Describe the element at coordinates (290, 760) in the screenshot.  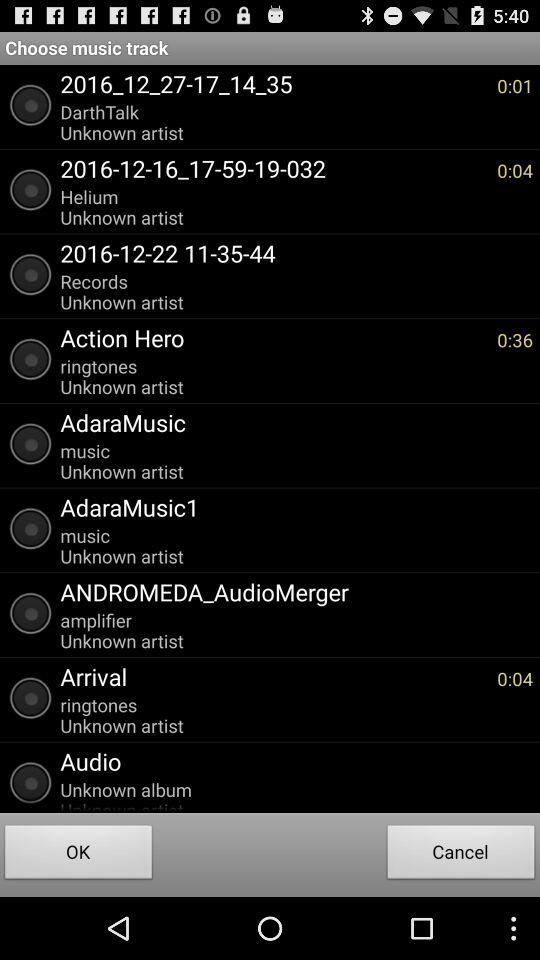
I see `item below the ringtones` at that location.